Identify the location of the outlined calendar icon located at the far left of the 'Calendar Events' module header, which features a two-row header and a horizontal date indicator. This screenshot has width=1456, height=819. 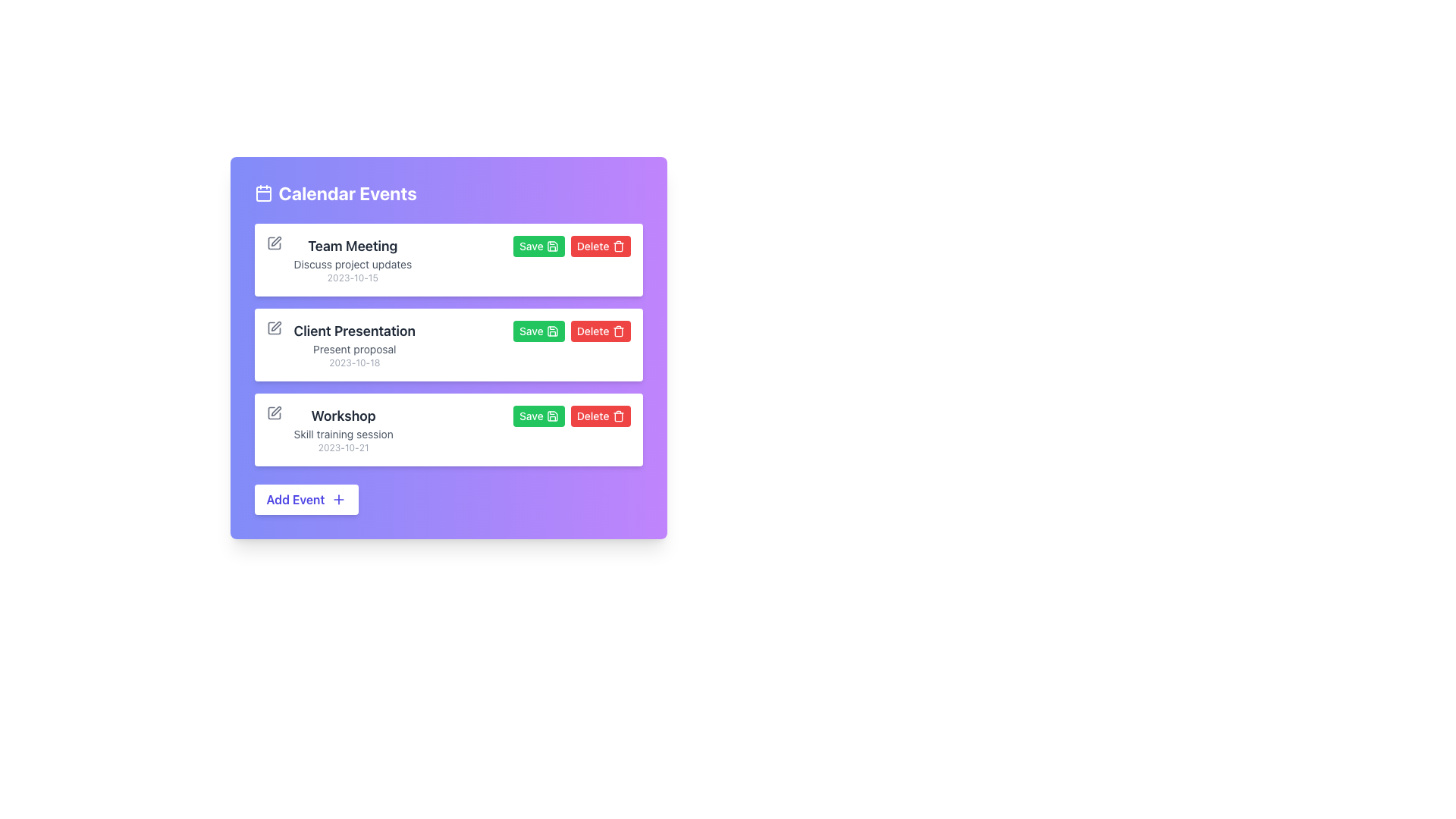
(263, 192).